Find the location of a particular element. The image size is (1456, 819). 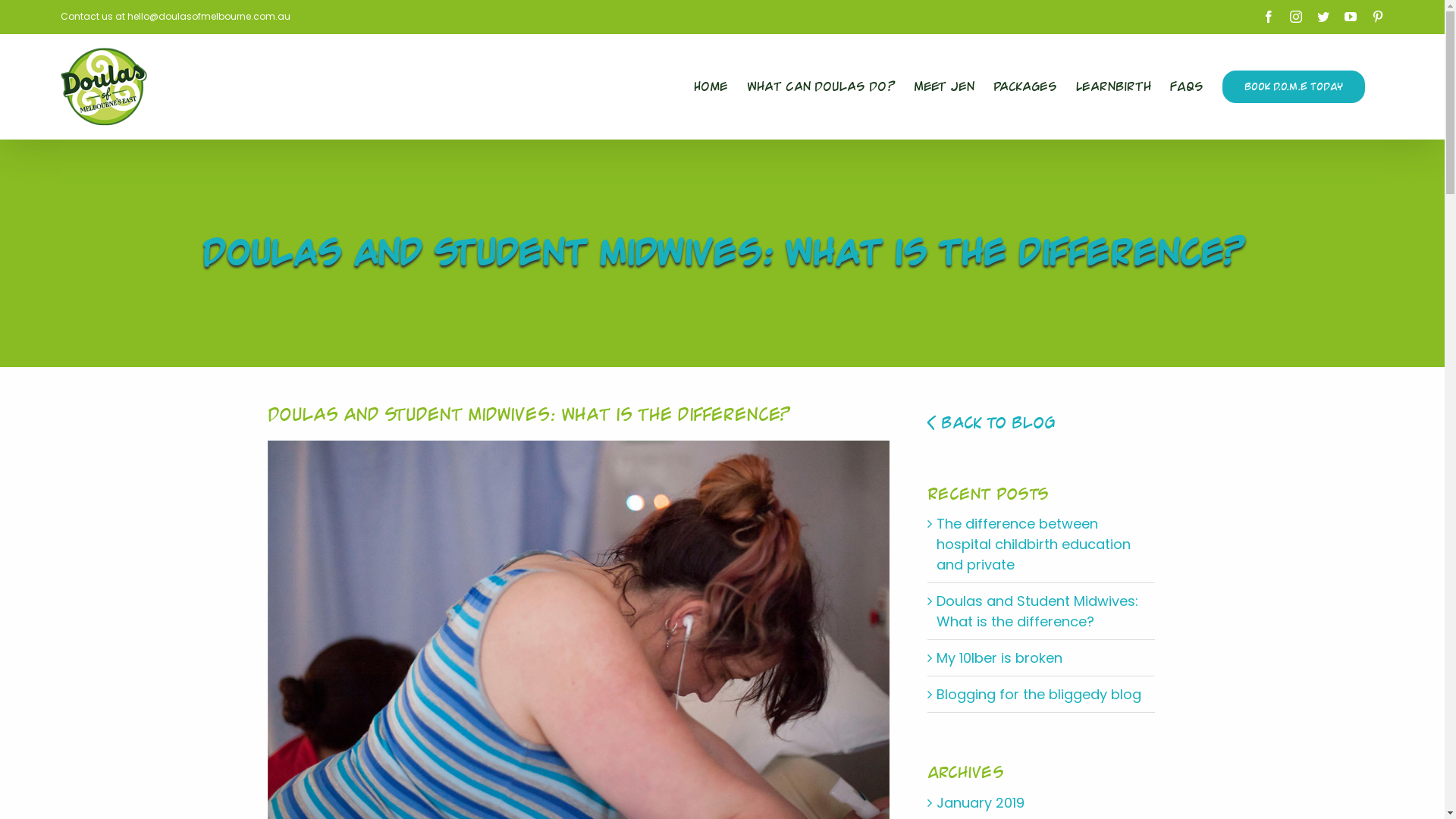

'Facebook' is located at coordinates (1269, 17).